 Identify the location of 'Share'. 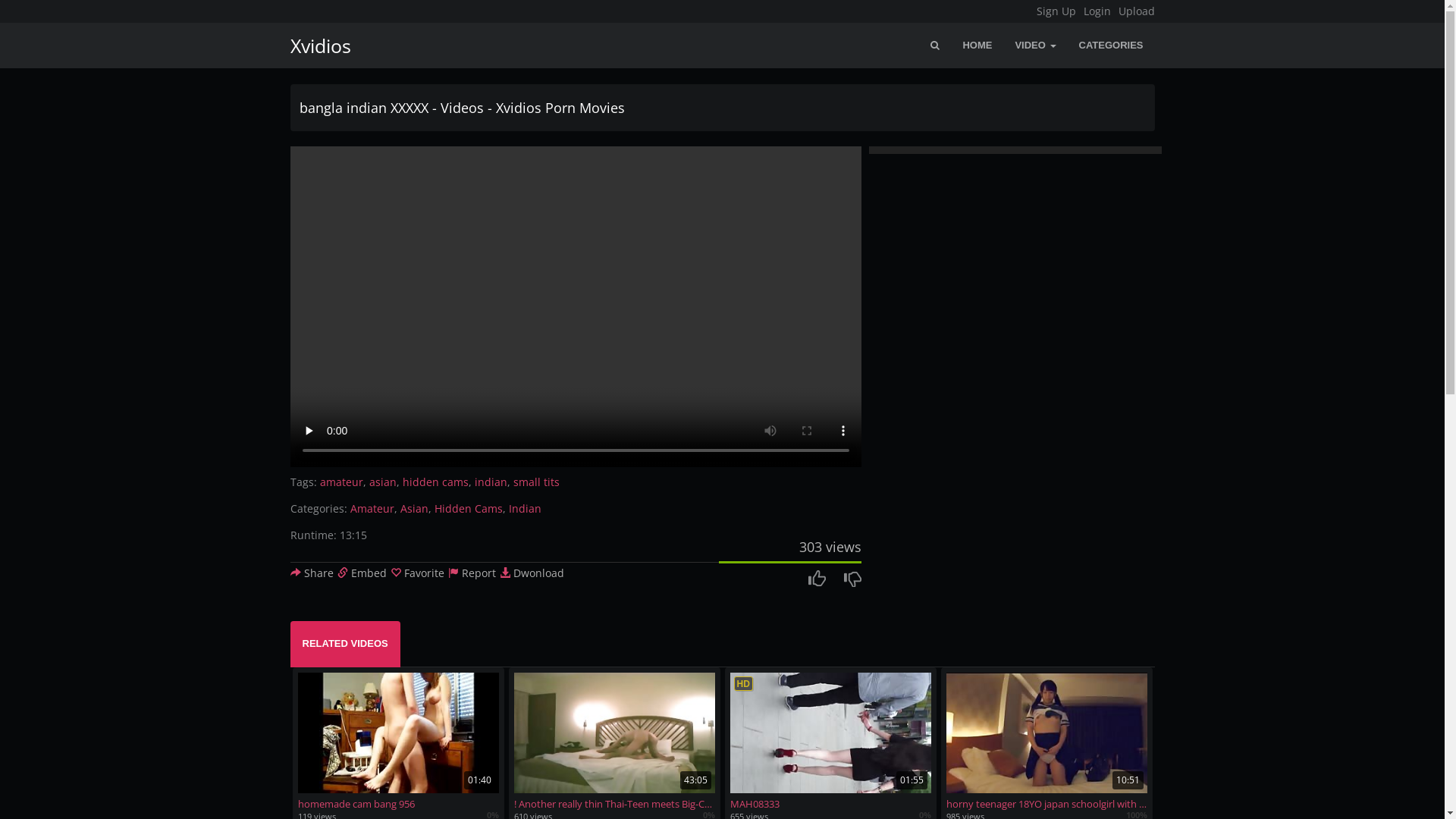
(310, 573).